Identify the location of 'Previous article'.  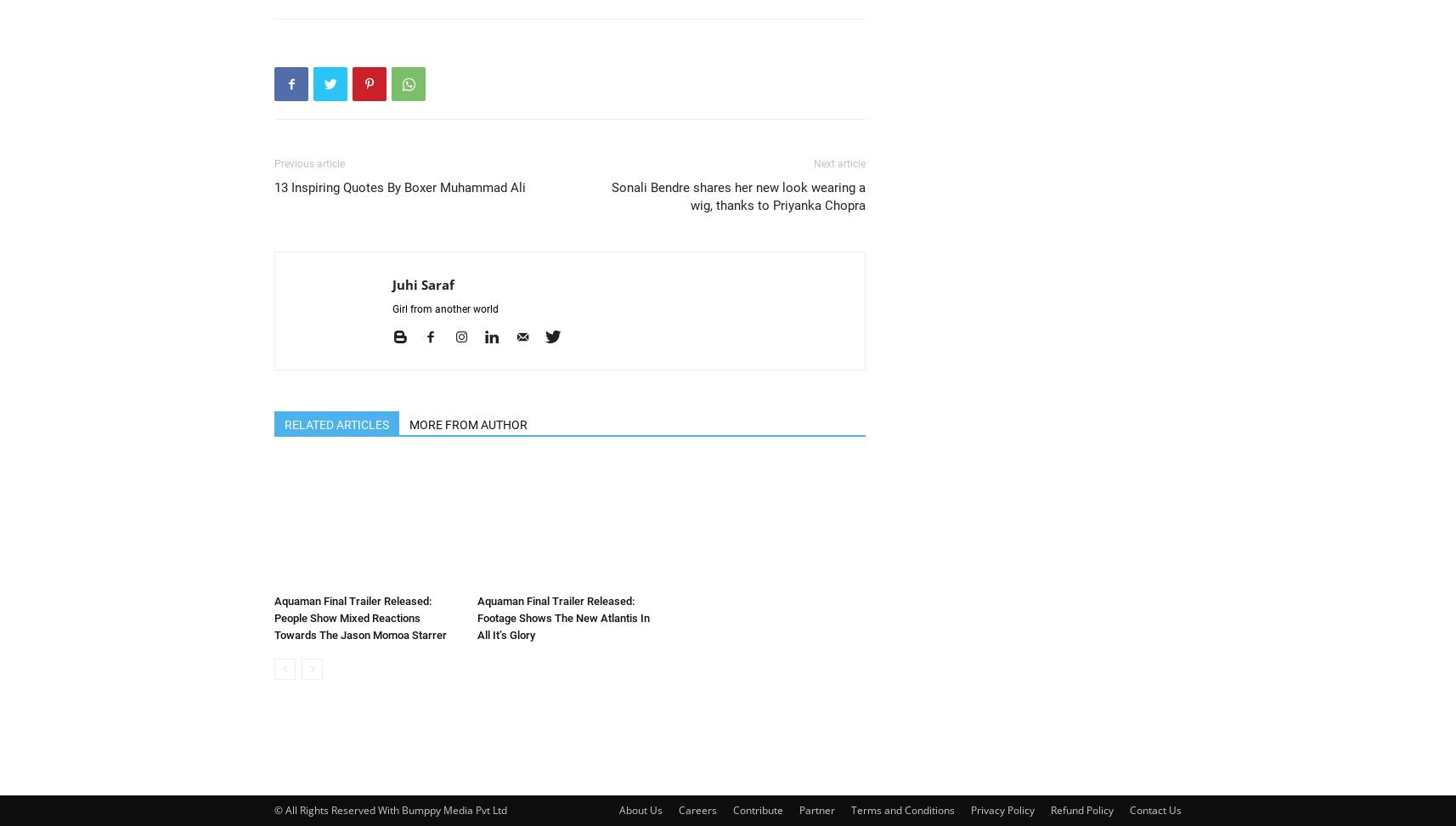
(308, 163).